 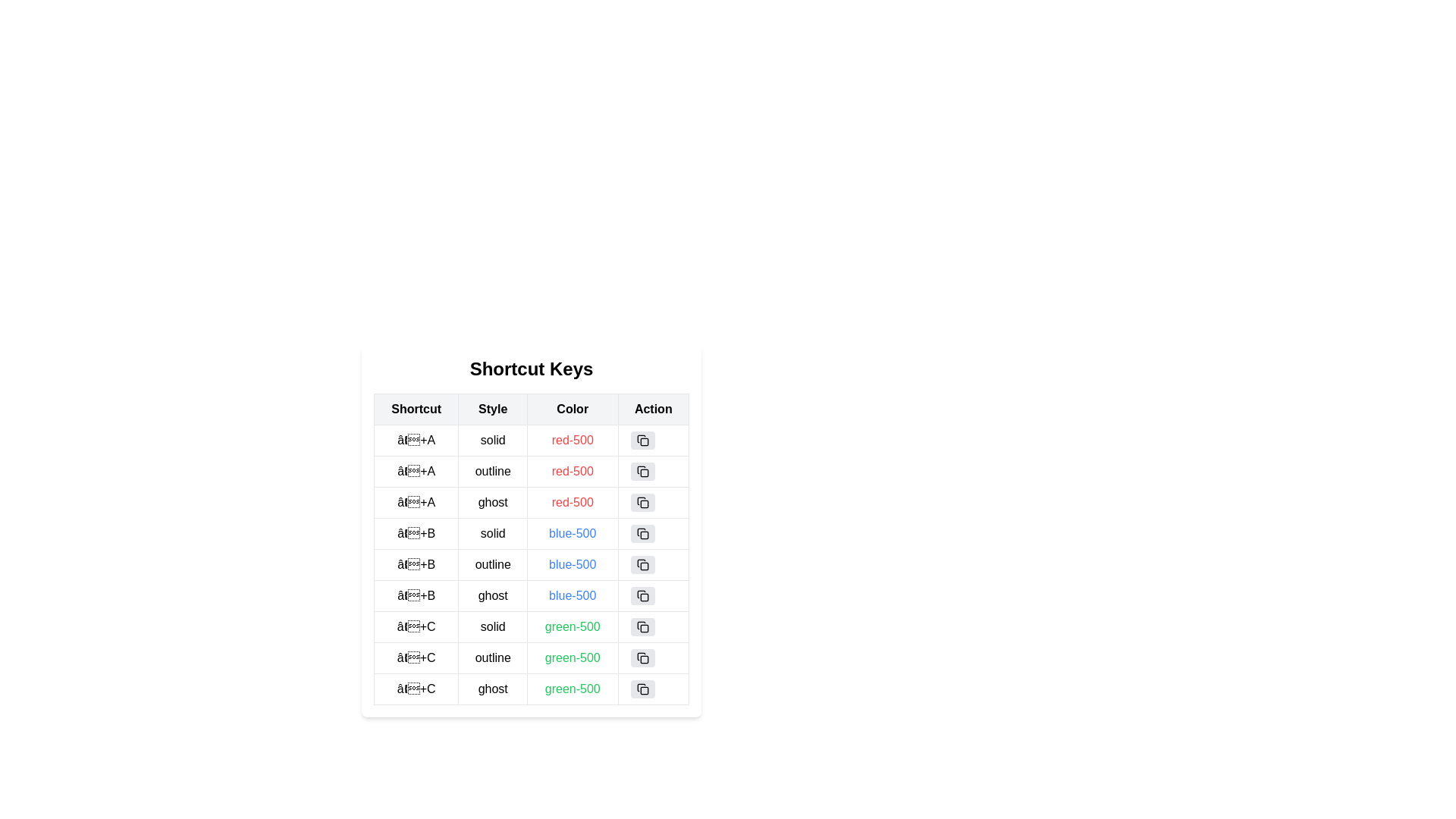 What do you see at coordinates (653, 564) in the screenshot?
I see `the copy button in the 'Shortcut Keys' table located in the 'Action' column of the row with style 'outline' and color 'blue-500'` at bounding box center [653, 564].